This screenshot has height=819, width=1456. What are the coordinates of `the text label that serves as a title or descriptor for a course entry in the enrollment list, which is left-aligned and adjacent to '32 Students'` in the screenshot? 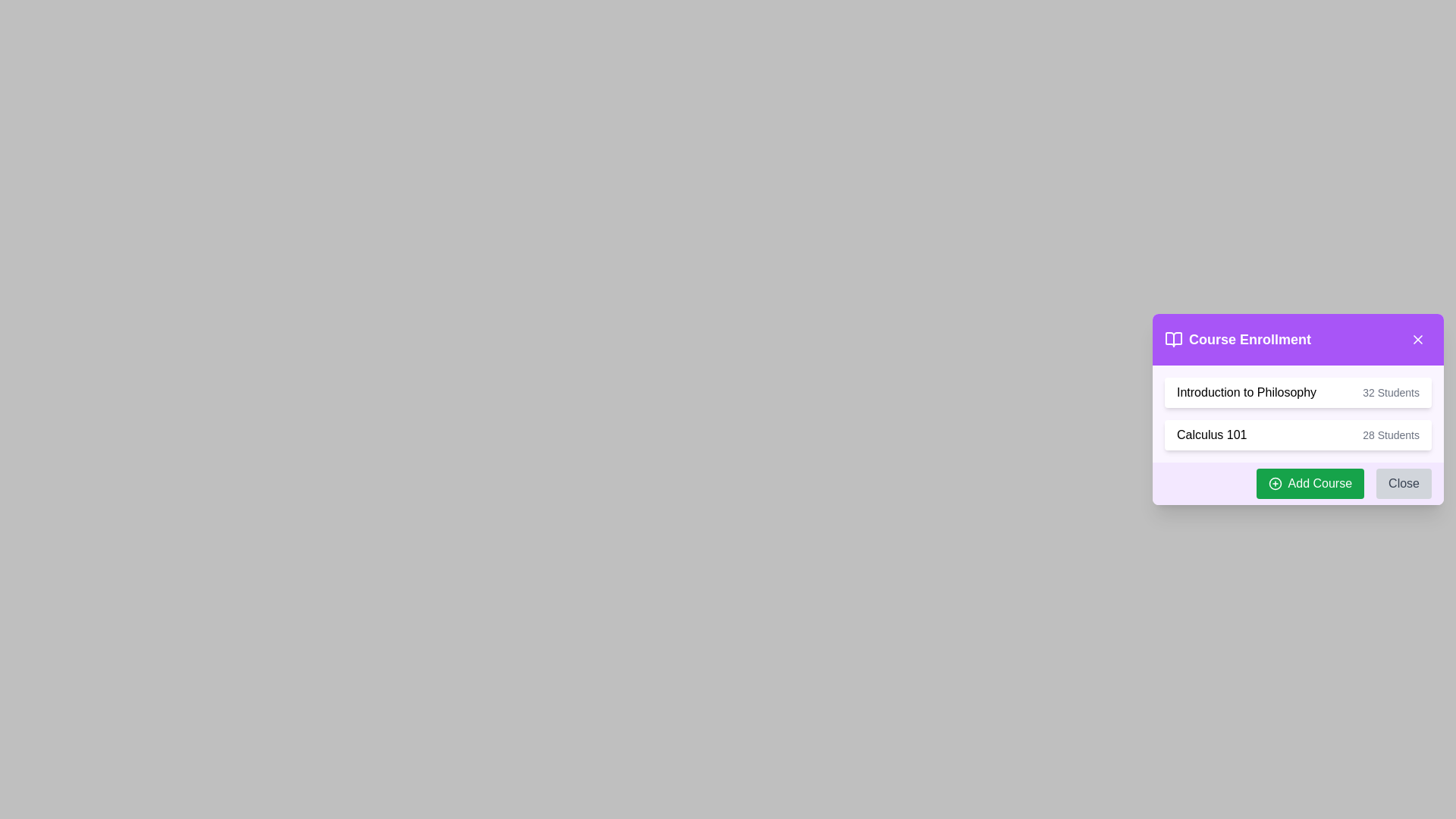 It's located at (1247, 391).